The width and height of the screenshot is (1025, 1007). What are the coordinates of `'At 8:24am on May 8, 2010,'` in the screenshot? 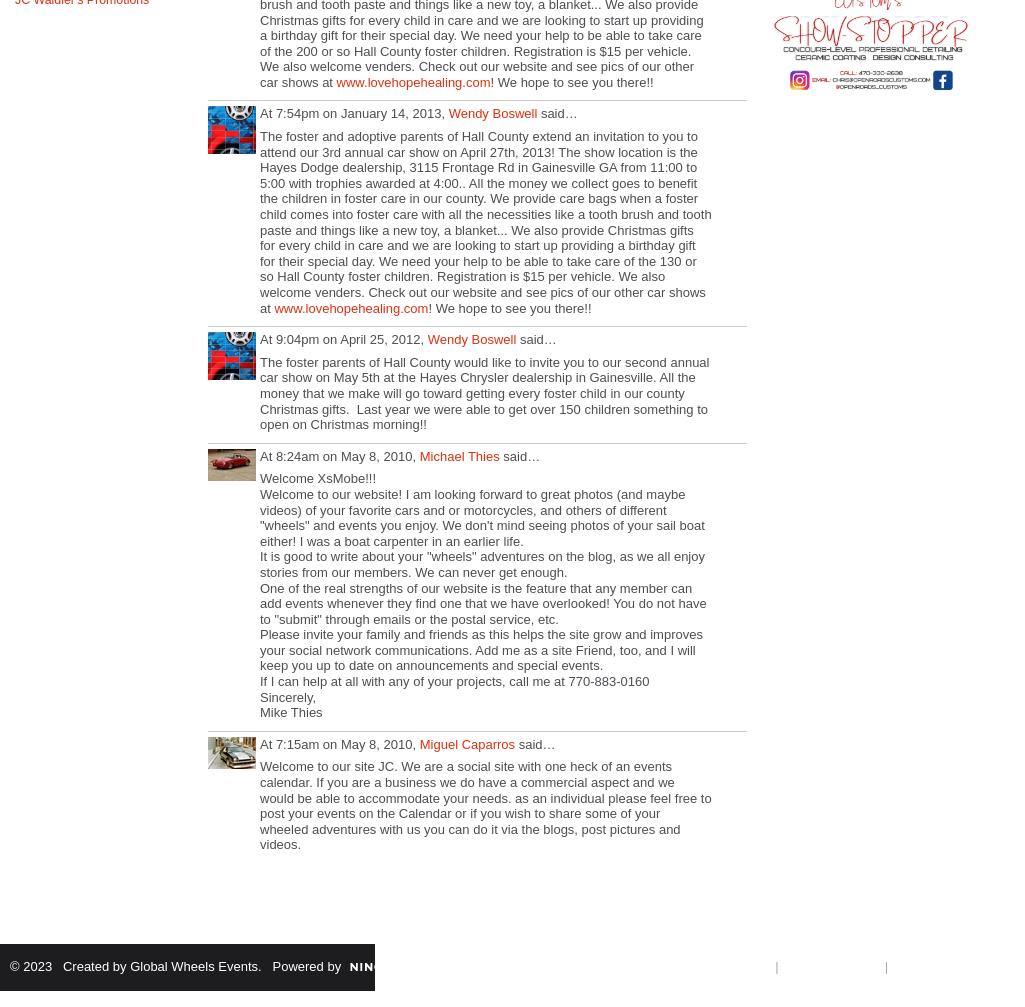 It's located at (338, 455).